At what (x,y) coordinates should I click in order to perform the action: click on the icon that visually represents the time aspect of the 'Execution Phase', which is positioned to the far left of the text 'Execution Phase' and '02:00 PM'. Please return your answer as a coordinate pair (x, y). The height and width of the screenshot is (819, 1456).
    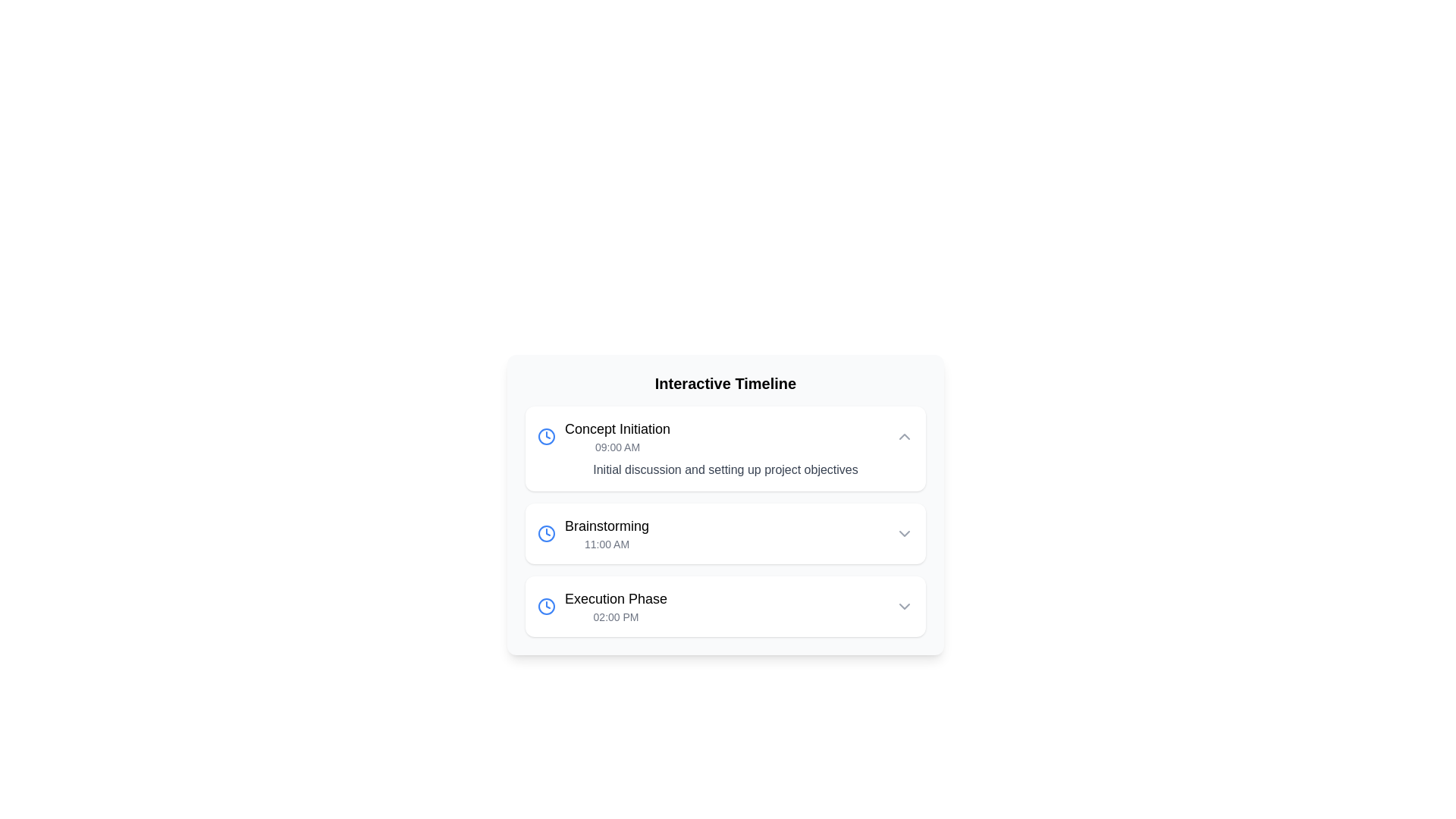
    Looking at the image, I should click on (546, 605).